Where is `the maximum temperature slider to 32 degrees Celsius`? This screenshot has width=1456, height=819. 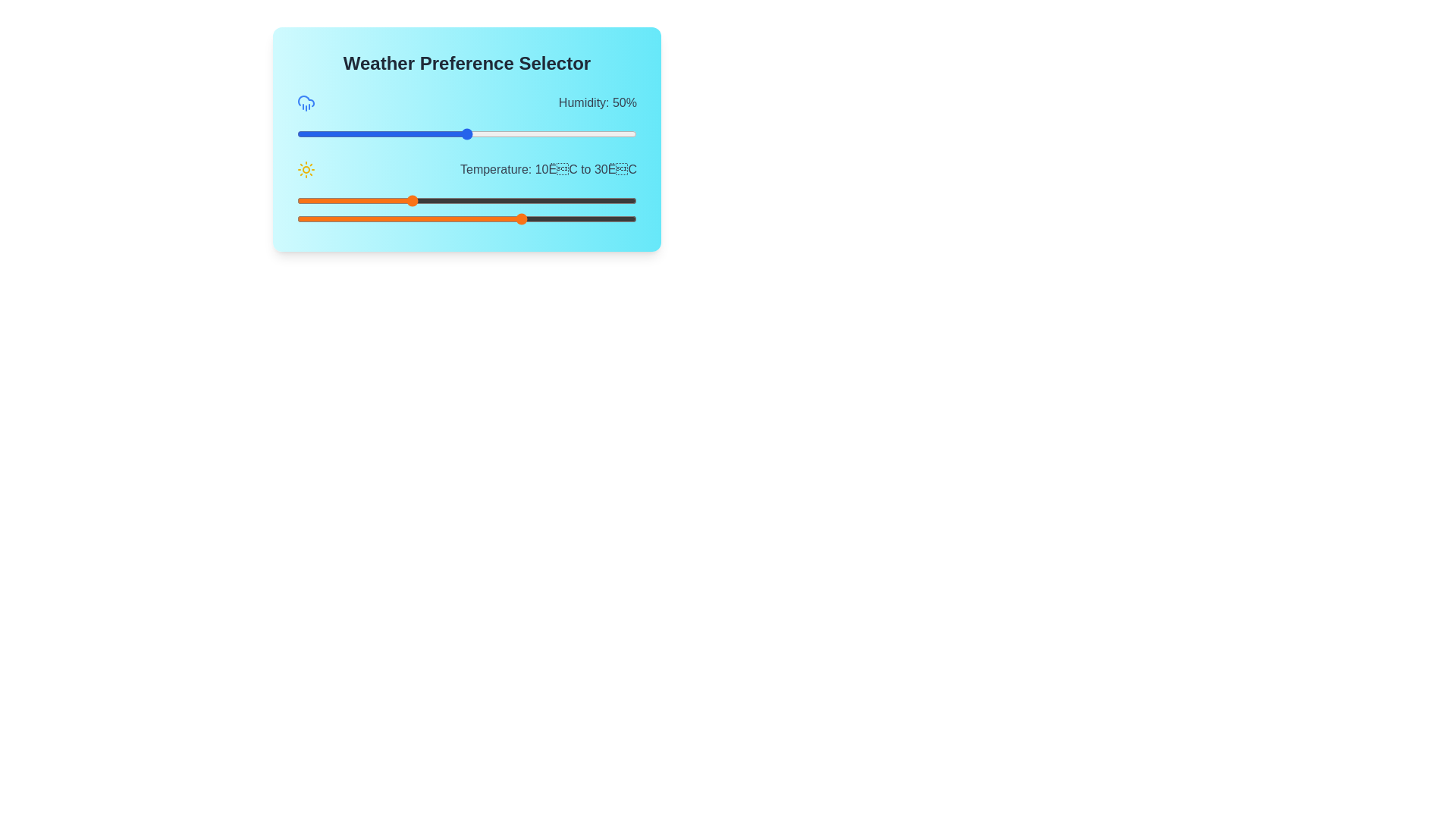
the maximum temperature slider to 32 degrees Celsius is located at coordinates (535, 219).